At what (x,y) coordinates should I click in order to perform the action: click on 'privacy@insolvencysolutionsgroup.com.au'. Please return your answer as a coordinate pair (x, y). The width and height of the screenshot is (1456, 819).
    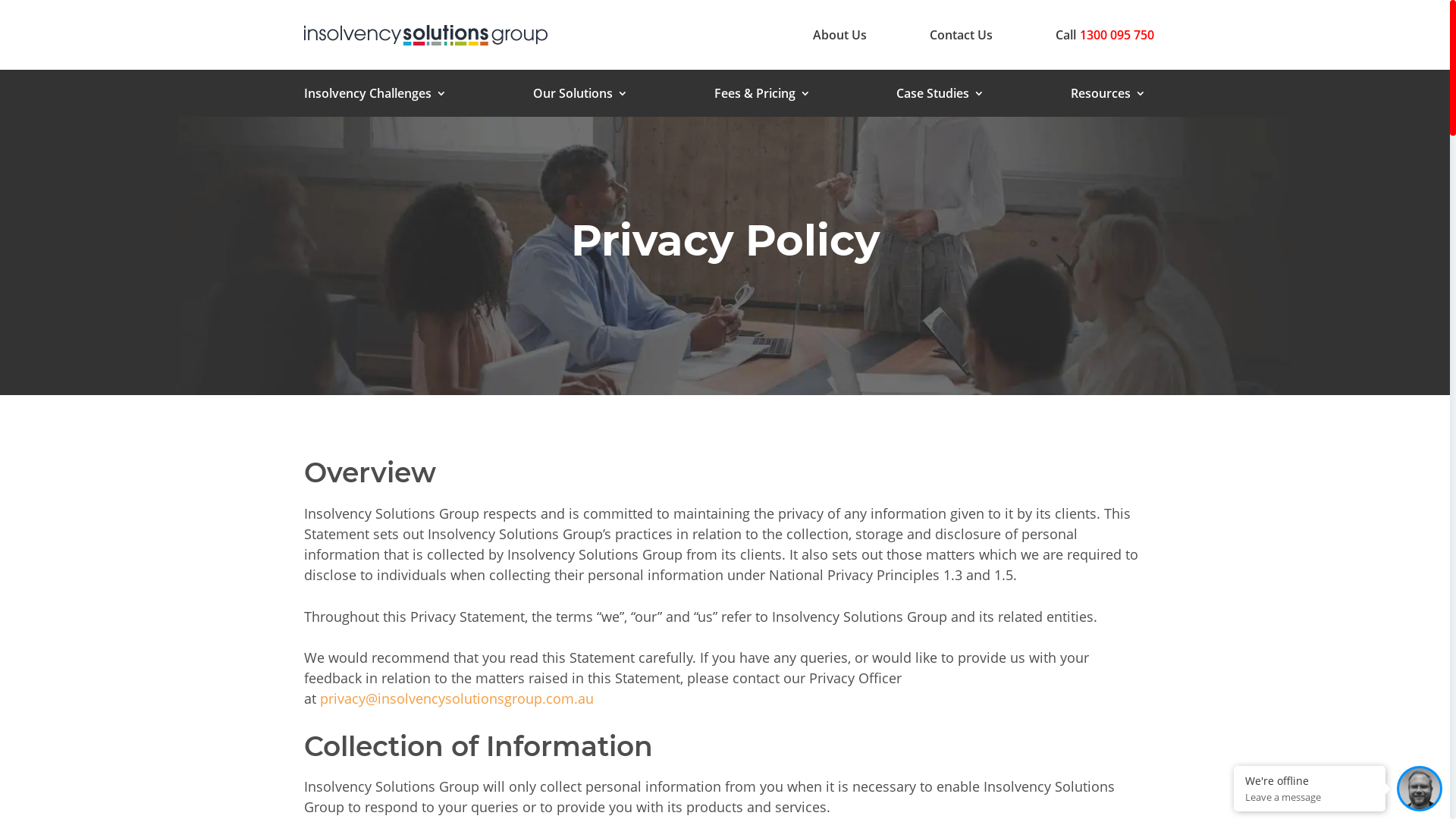
    Looking at the image, I should click on (456, 698).